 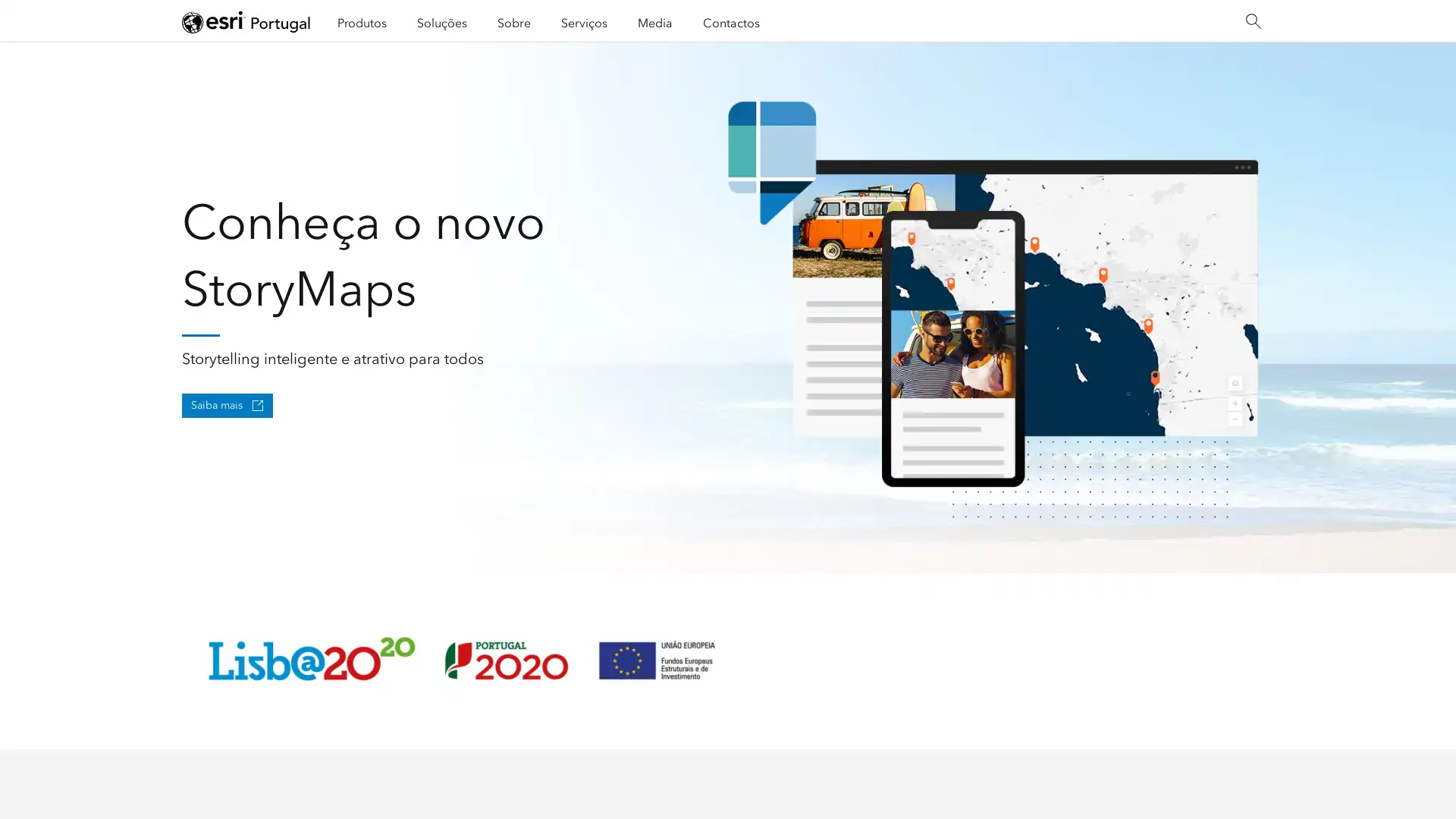 I want to click on Produtos, so click(x=361, y=20).